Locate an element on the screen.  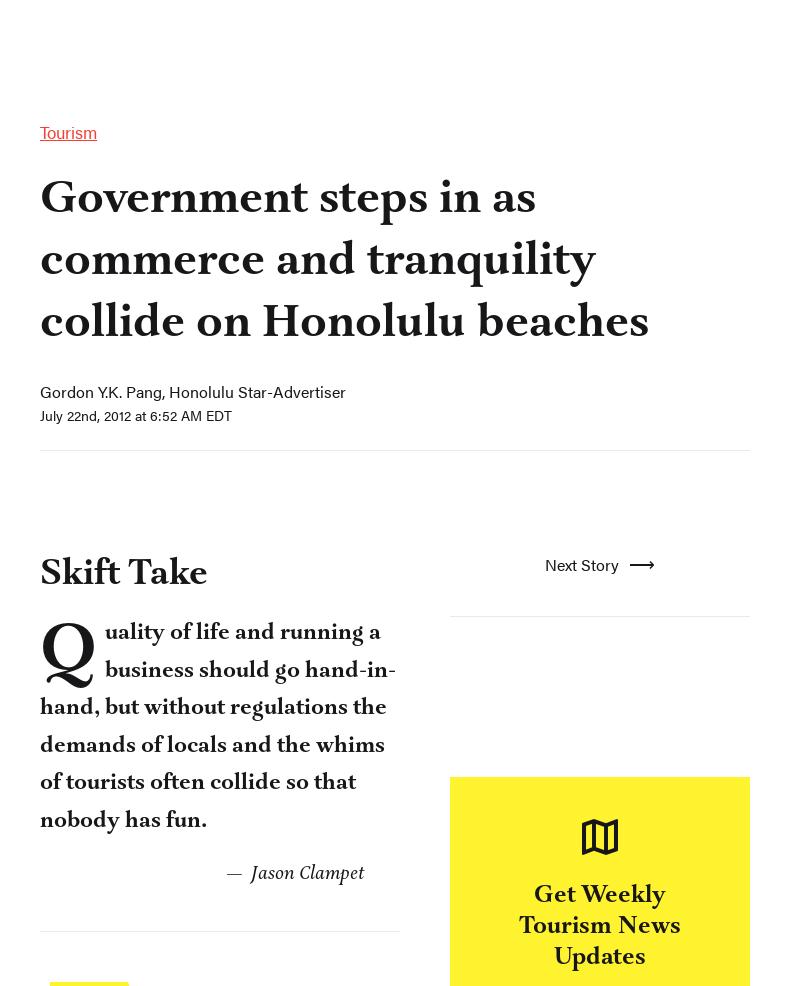
'Gordon Y.K. Pang, Honolulu Star-Advertiser' is located at coordinates (200, 667).